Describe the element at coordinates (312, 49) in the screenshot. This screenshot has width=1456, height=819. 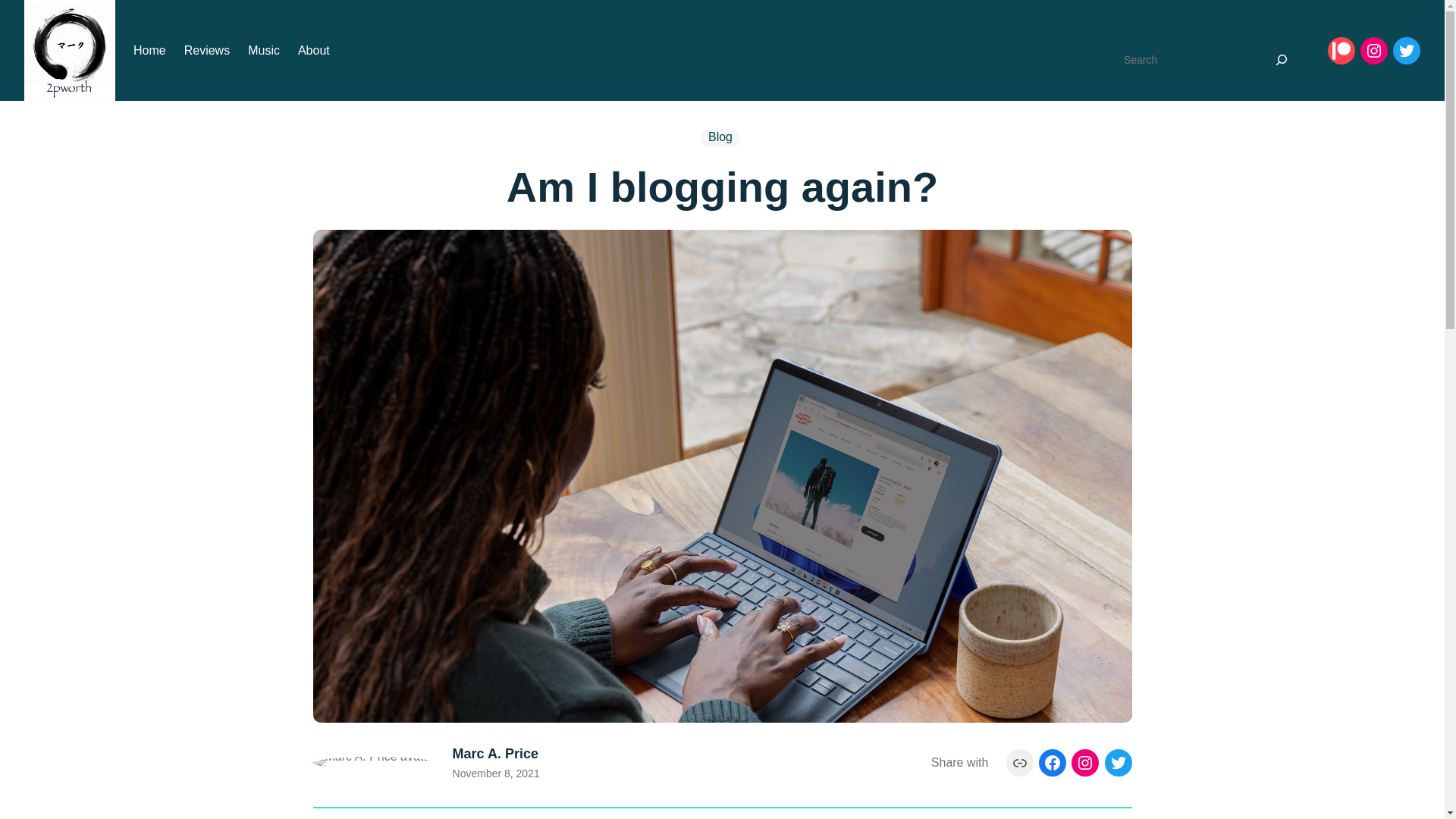
I see `'About'` at that location.